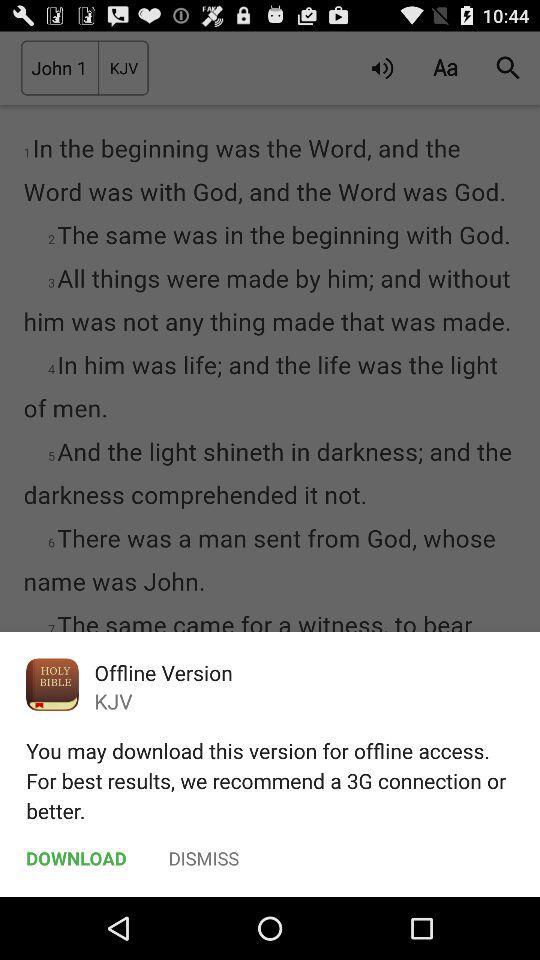  I want to click on the dismiss, so click(203, 857).